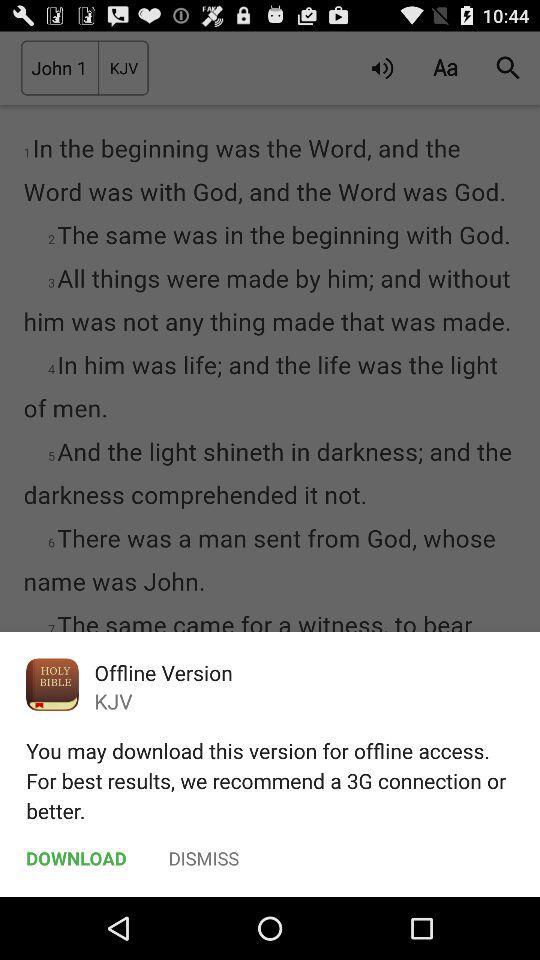  I want to click on the dismiss, so click(203, 857).